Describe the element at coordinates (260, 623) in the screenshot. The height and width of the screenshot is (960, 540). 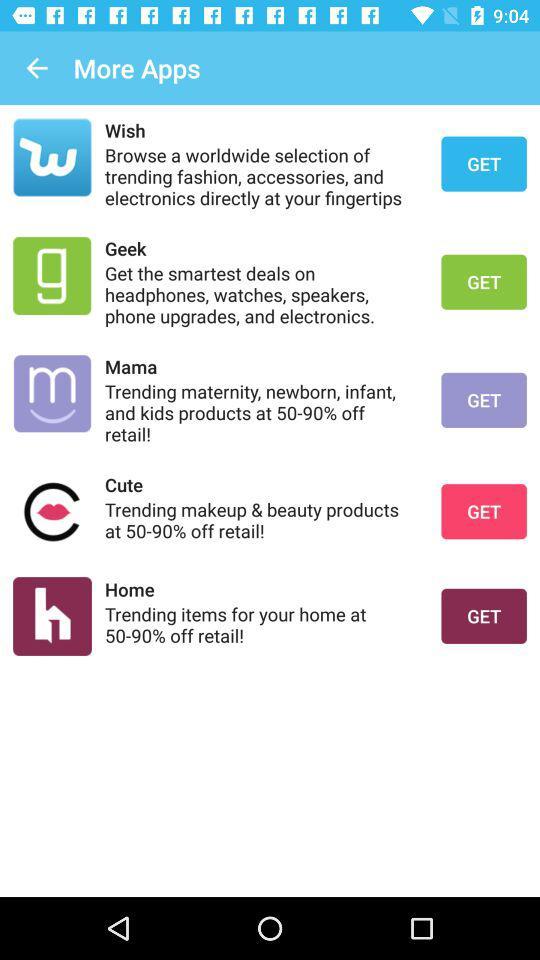
I see `the item to the left of get` at that location.